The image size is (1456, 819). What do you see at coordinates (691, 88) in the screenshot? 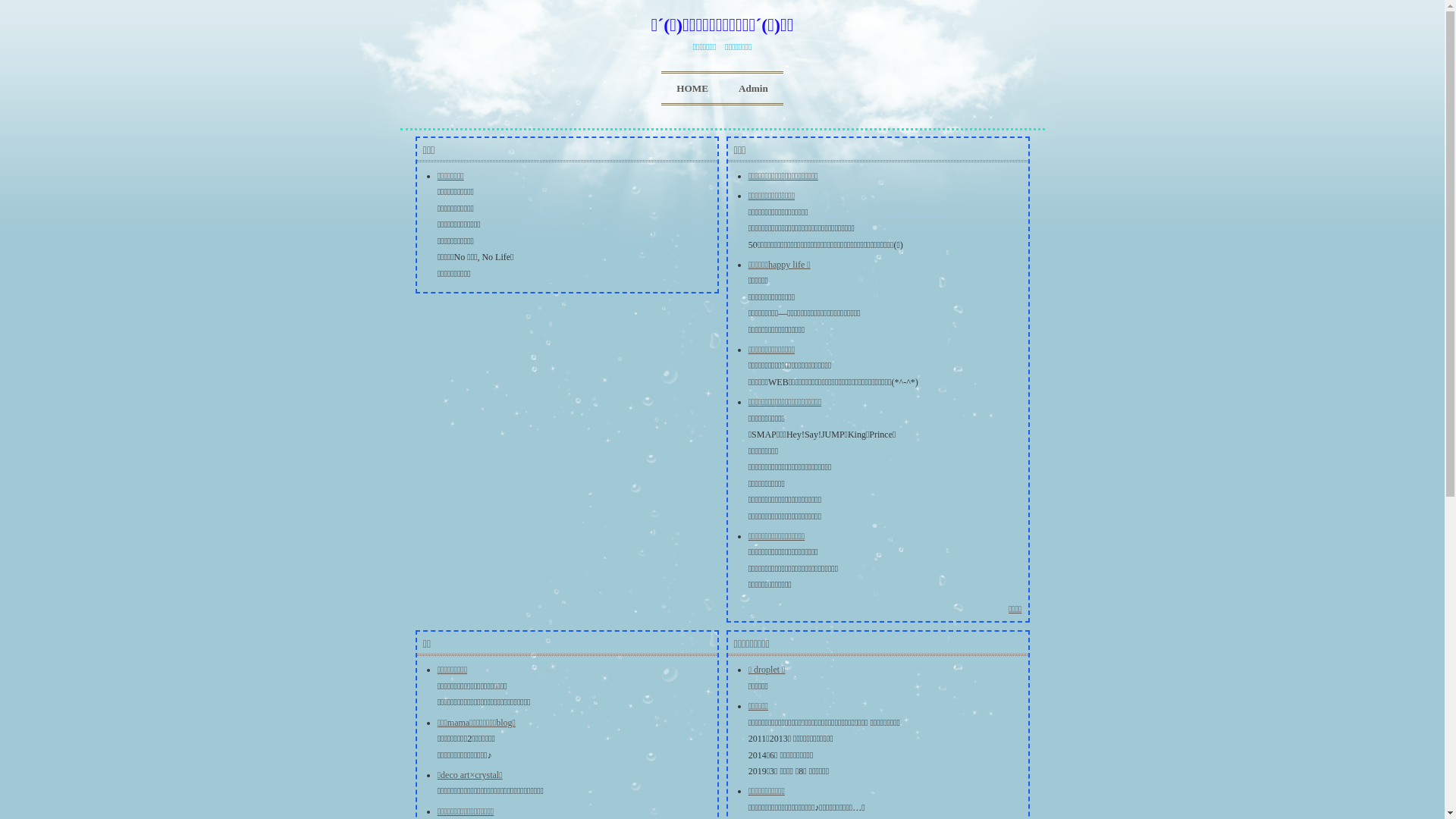
I see `'HOME'` at bounding box center [691, 88].